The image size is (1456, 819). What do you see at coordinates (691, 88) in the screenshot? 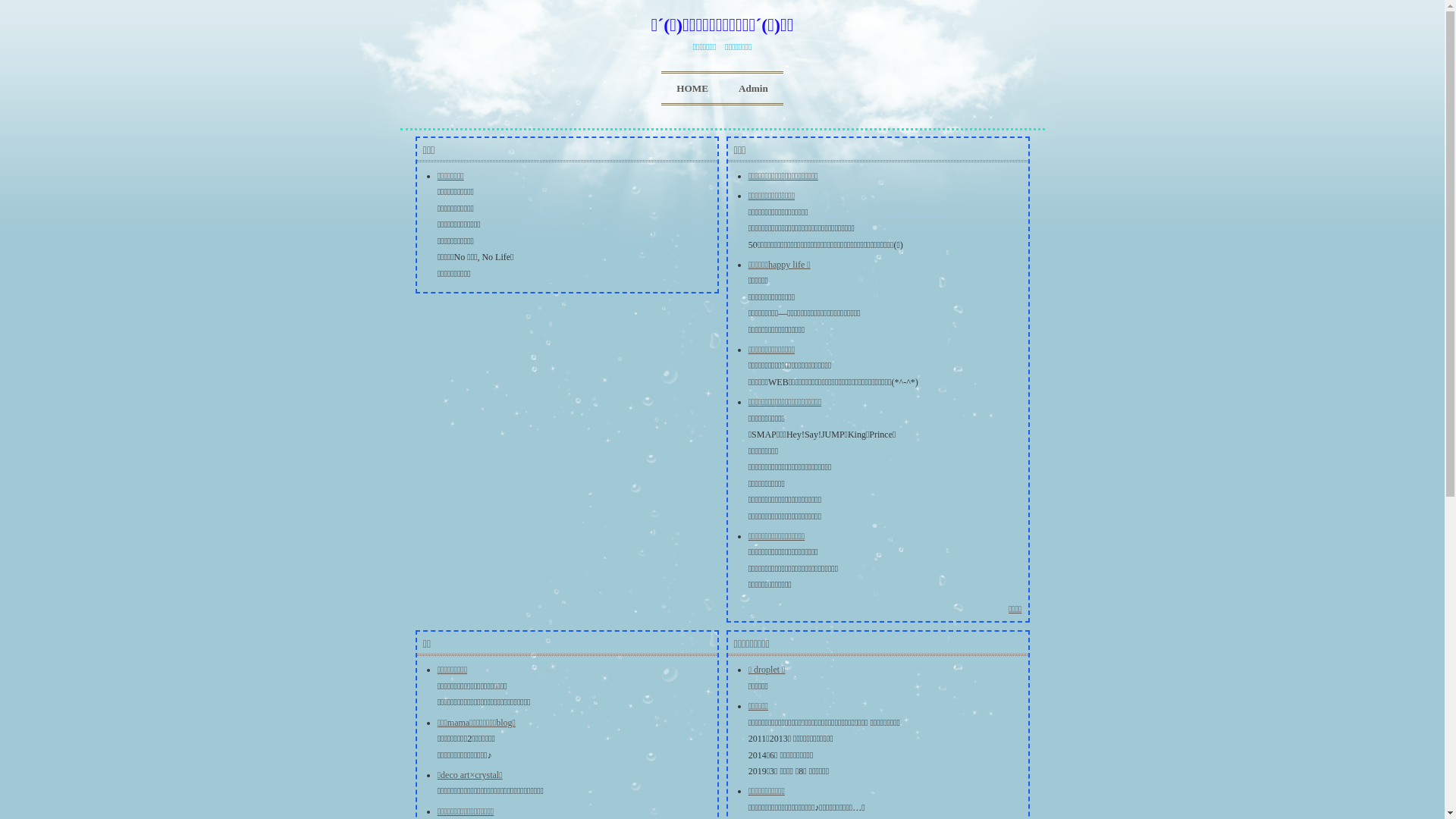
I see `'HOME'` at bounding box center [691, 88].